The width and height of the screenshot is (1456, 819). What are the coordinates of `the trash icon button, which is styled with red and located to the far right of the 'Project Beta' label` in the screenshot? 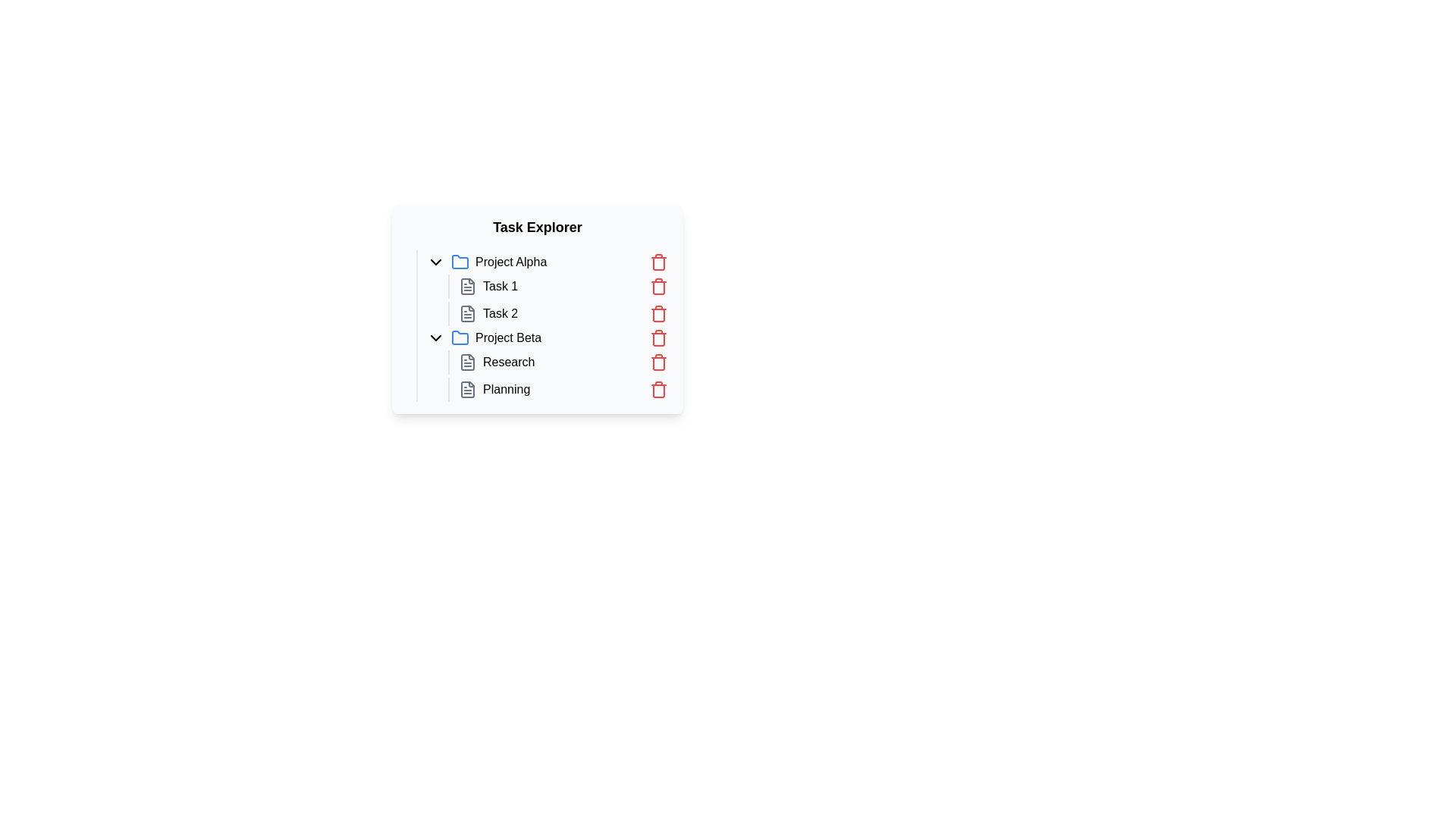 It's located at (658, 337).